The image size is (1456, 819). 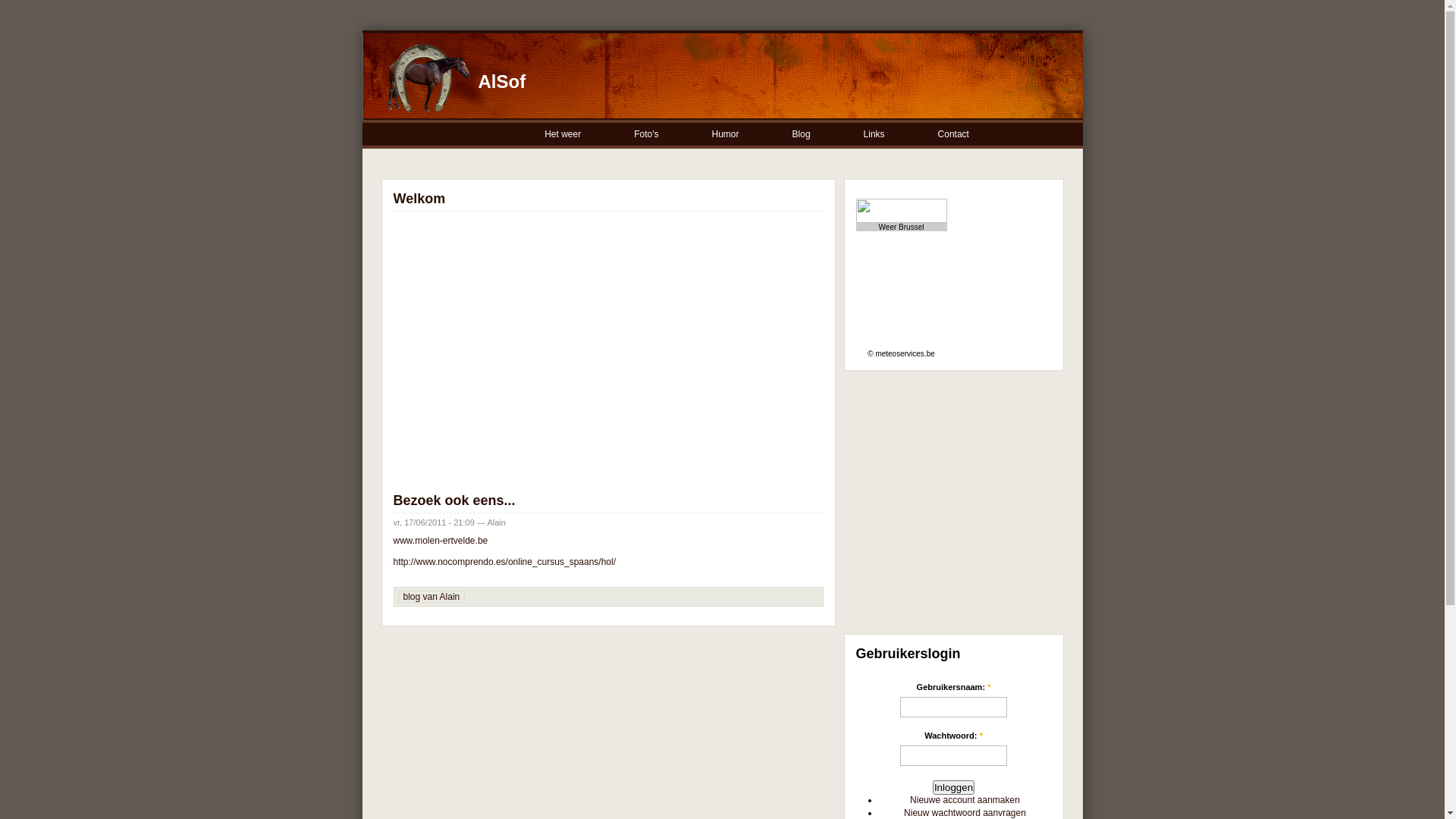 I want to click on 'Weer Brussel', so click(x=878, y=227).